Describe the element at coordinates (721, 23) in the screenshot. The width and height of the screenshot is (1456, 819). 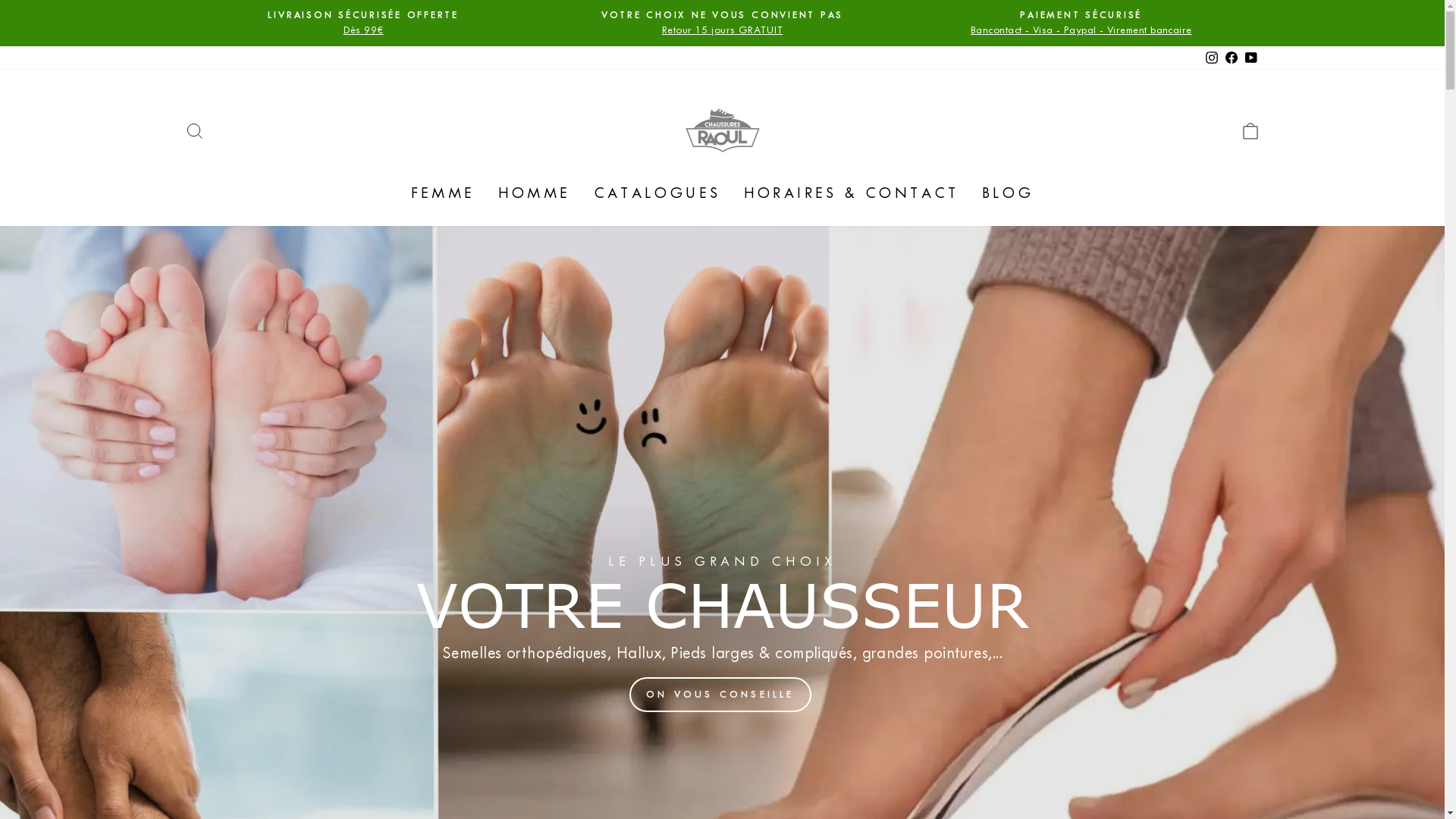
I see `'VOTRE CHOIX NE VOUS CONVIENT PAS` at that location.